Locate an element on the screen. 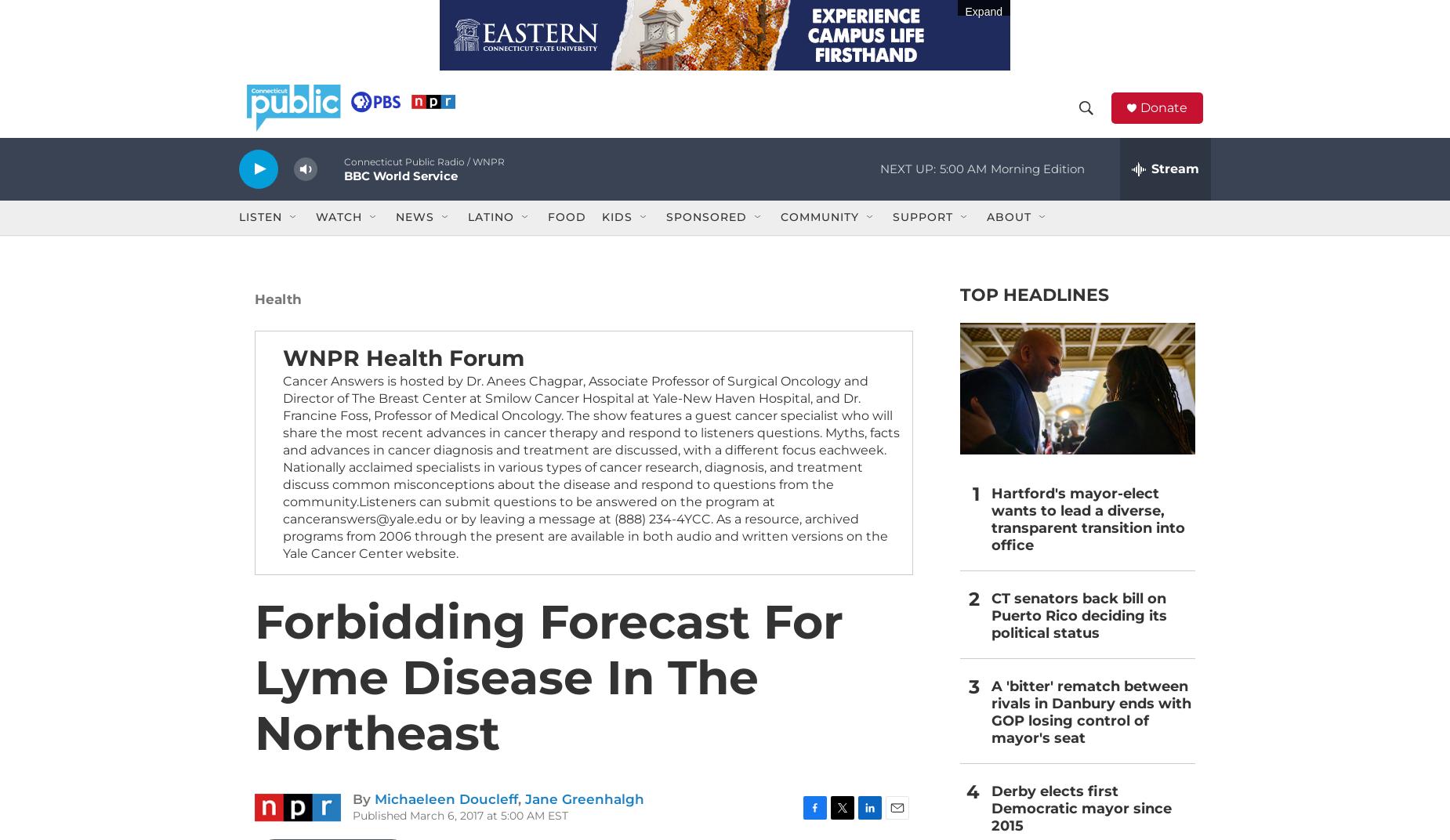 The height and width of the screenshot is (840, 1450). 'Community' is located at coordinates (818, 238).